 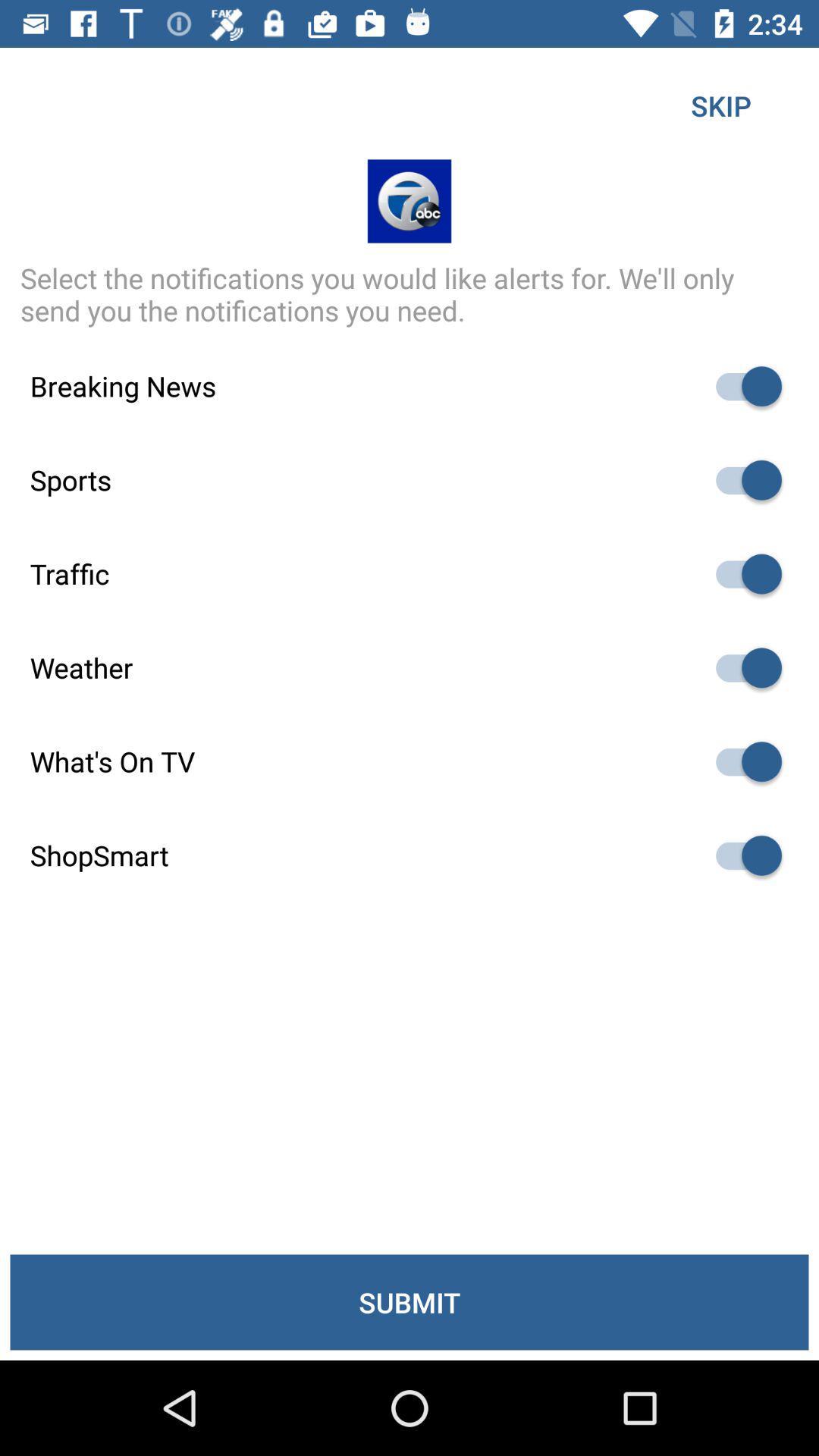 I want to click on submit, so click(x=409, y=1301).